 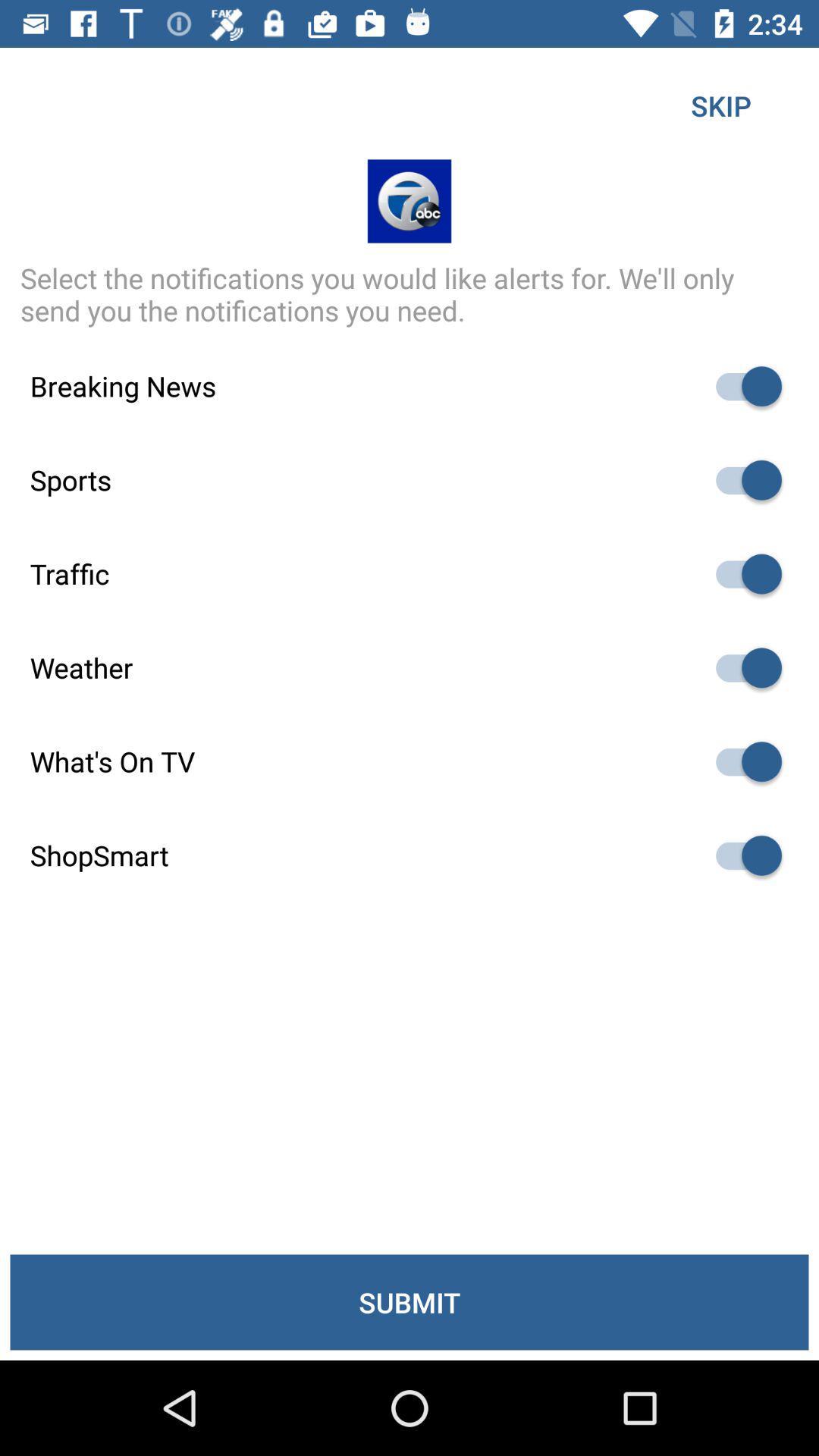 I want to click on submit, so click(x=409, y=1301).